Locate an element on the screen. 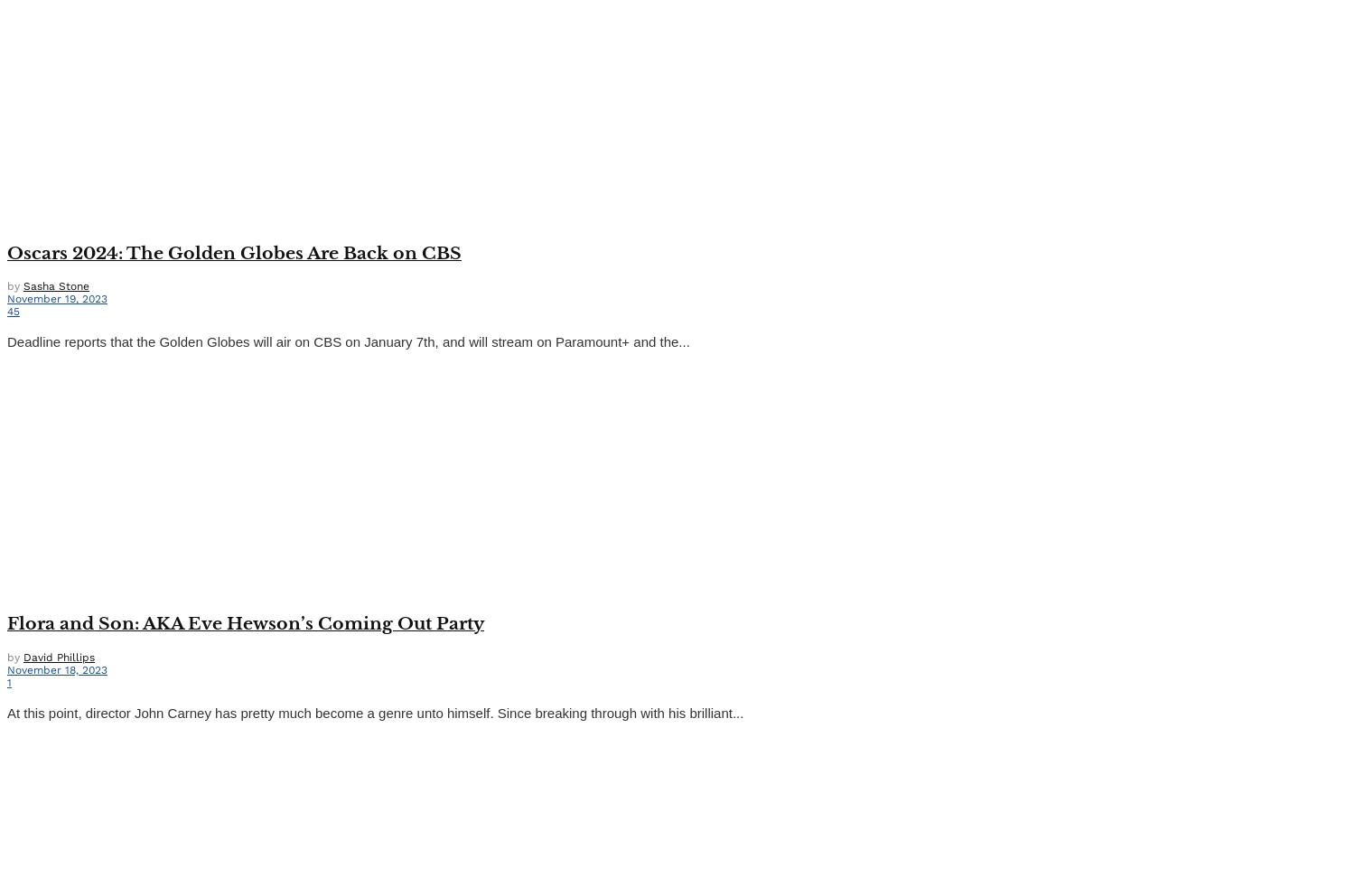  'Oscars 2024: The Golden Globes Are Back on CBS' is located at coordinates (234, 251).